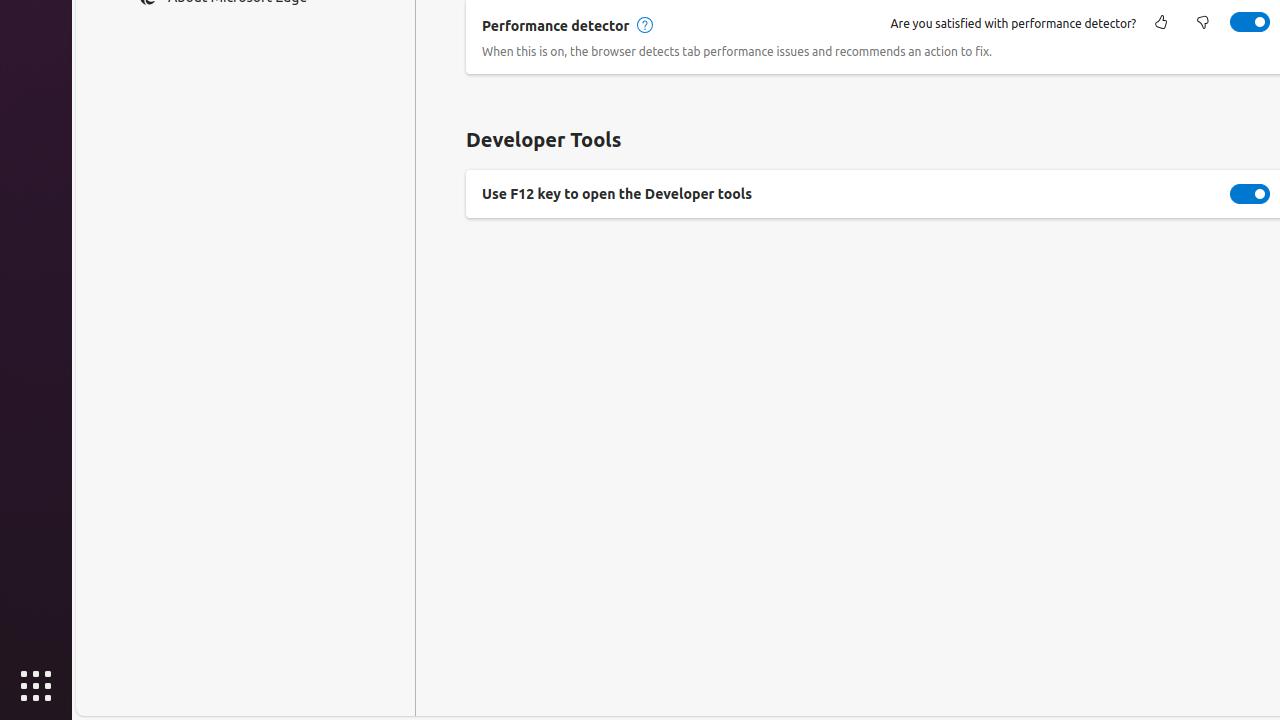 Image resolution: width=1280 pixels, height=720 pixels. I want to click on 'Dislike', so click(1201, 23).